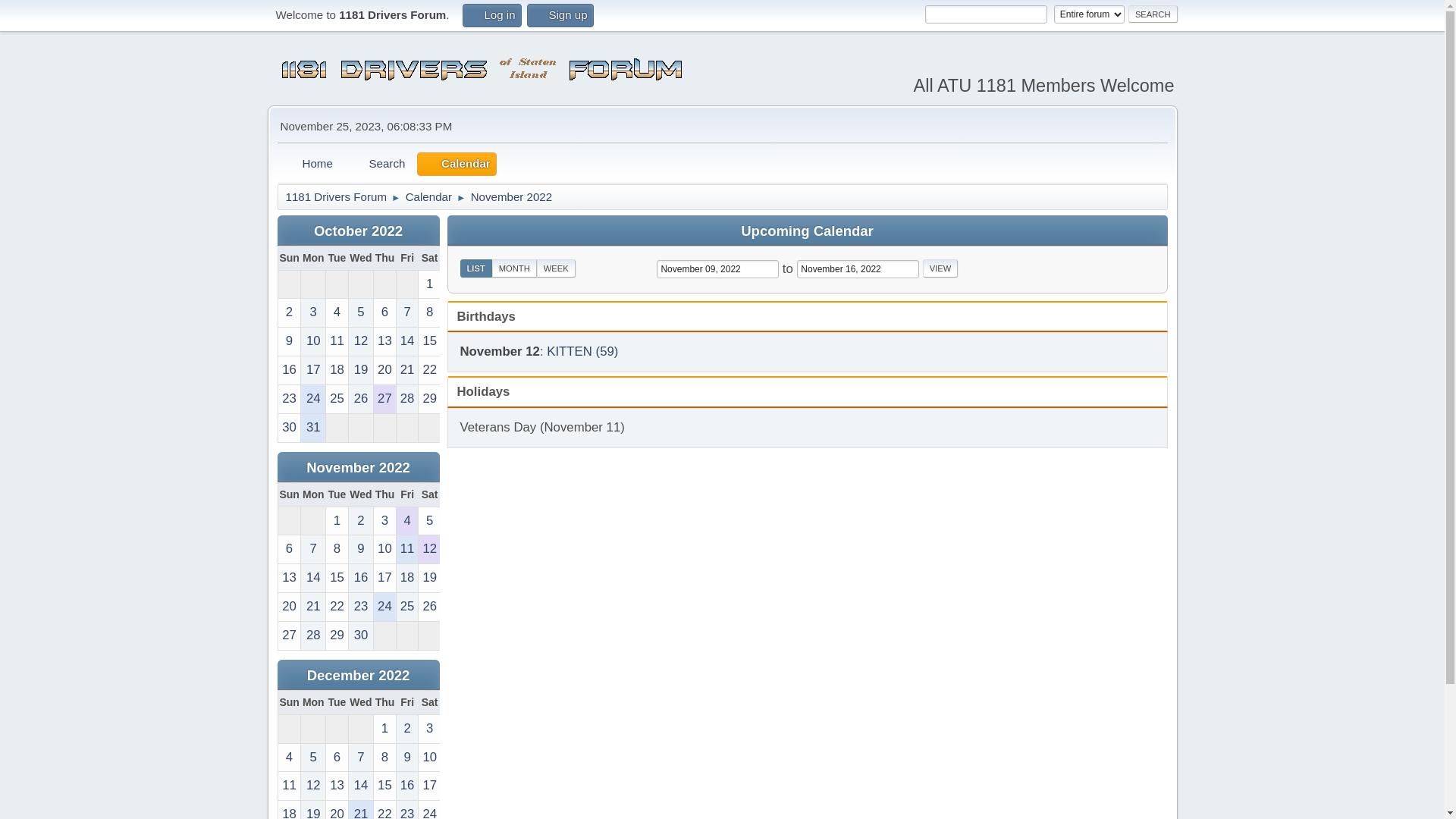 Image resolution: width=1456 pixels, height=819 pixels. I want to click on '29', so click(419, 398).